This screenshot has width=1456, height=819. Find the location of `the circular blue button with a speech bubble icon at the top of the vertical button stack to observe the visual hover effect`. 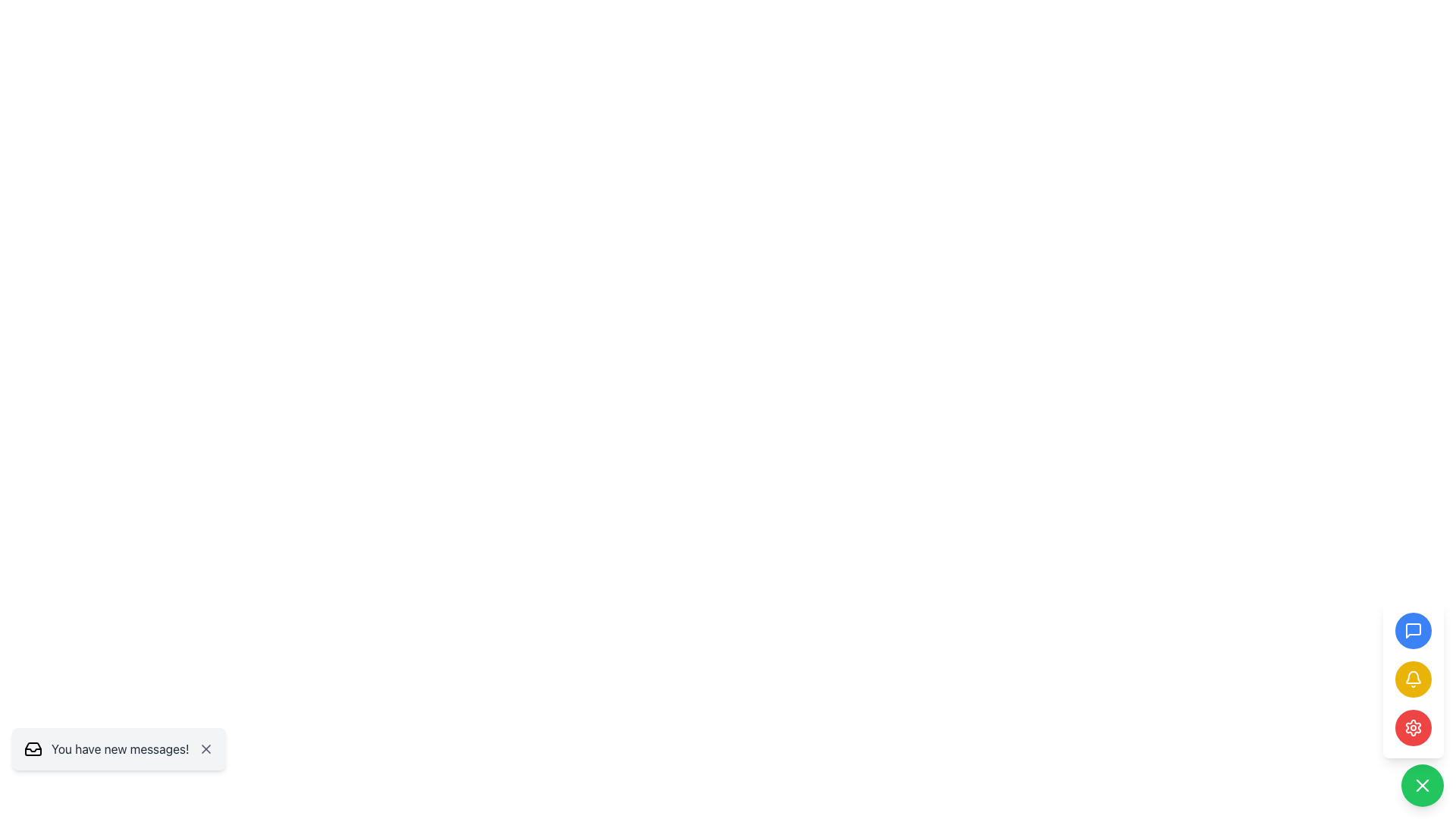

the circular blue button with a speech bubble icon at the top of the vertical button stack to observe the visual hover effect is located at coordinates (1412, 631).